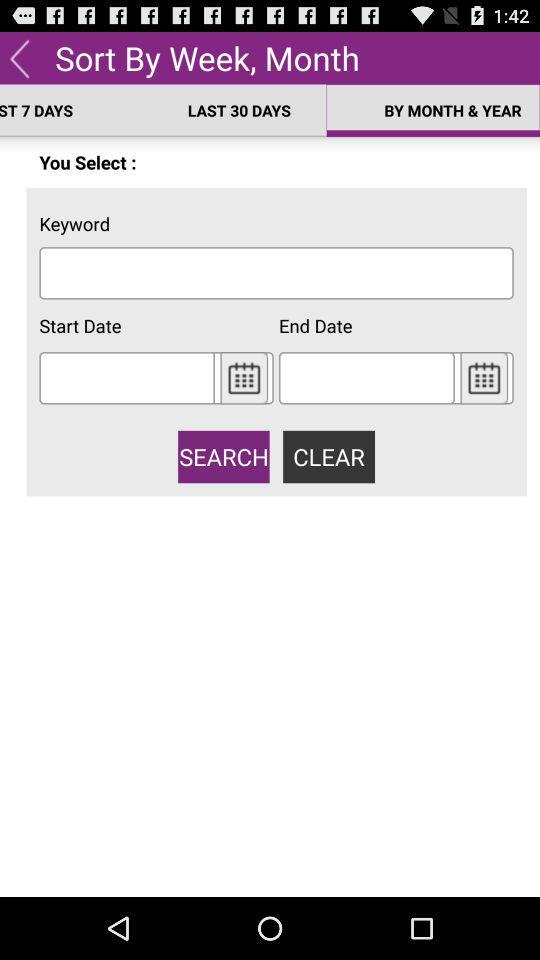 Image resolution: width=540 pixels, height=960 pixels. I want to click on keyword text, so click(275, 272).